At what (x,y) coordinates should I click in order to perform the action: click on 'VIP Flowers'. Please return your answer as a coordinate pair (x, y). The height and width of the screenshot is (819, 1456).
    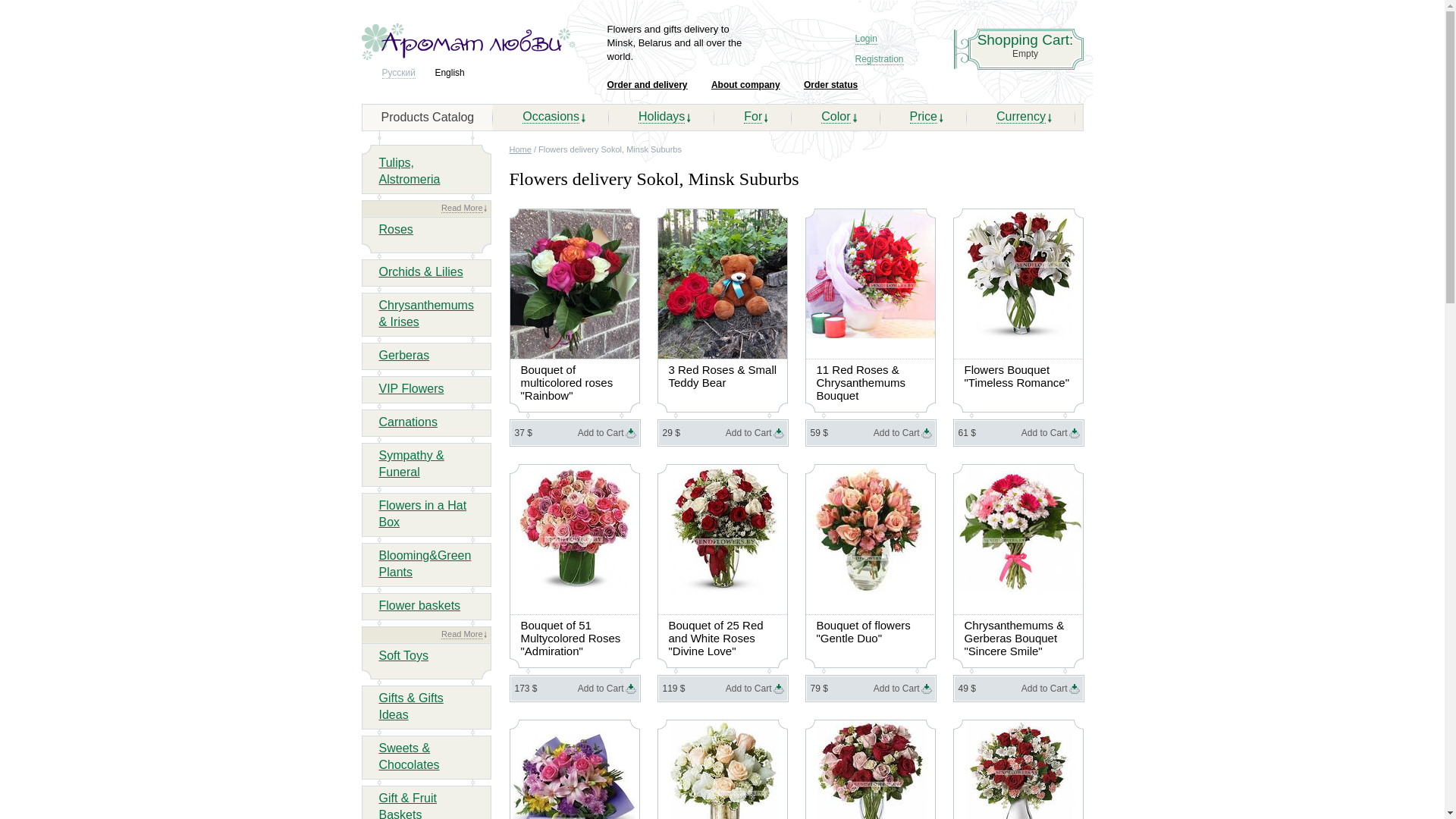
    Looking at the image, I should click on (378, 388).